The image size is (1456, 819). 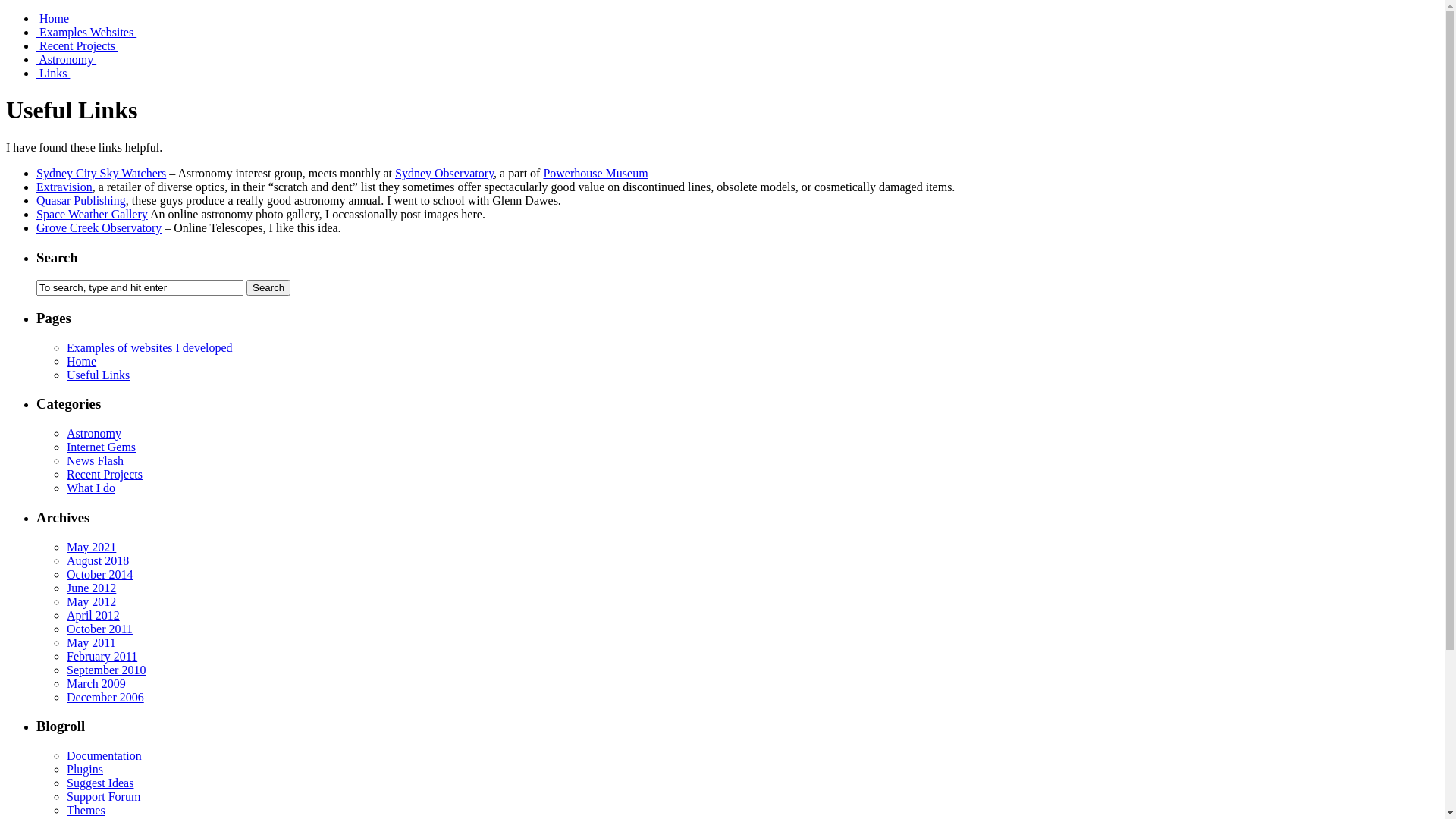 What do you see at coordinates (65, 783) in the screenshot?
I see `'Suggest Ideas'` at bounding box center [65, 783].